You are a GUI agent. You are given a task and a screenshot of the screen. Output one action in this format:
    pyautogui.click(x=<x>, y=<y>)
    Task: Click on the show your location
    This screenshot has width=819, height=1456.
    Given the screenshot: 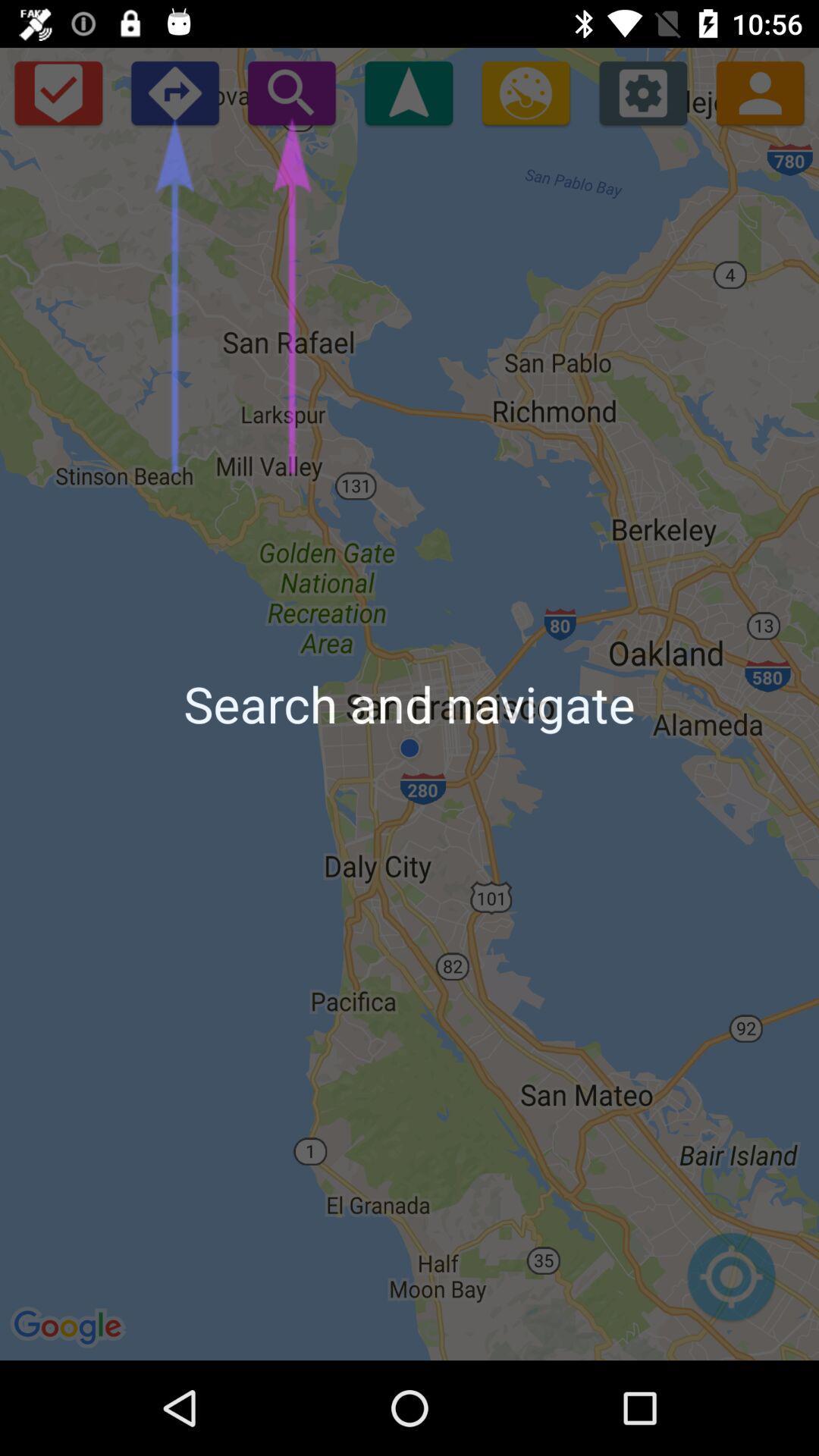 What is the action you would take?
    pyautogui.click(x=730, y=1284)
    